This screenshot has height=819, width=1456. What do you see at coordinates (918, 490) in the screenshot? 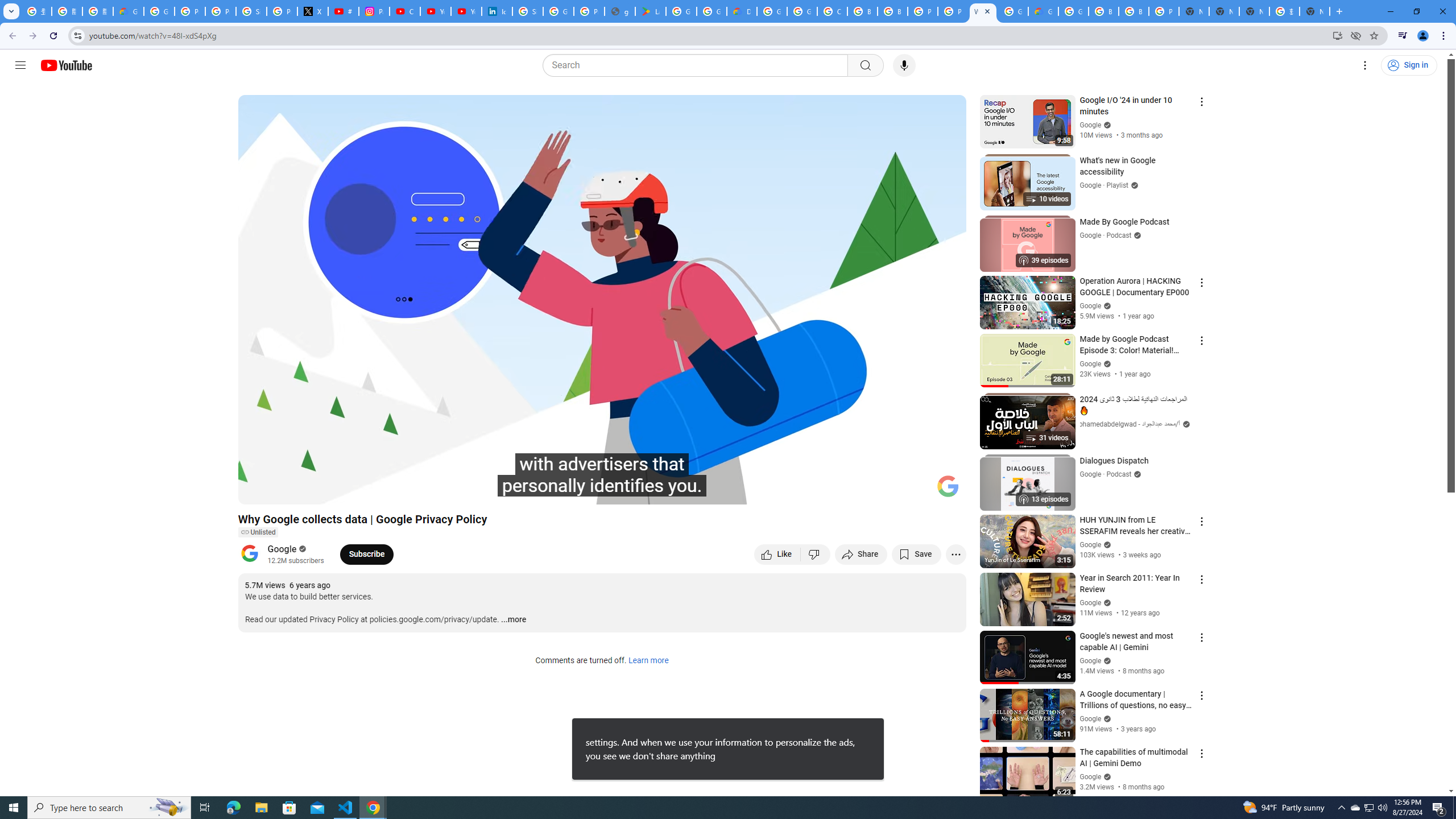
I see `'Theater mode (t)'` at bounding box center [918, 490].